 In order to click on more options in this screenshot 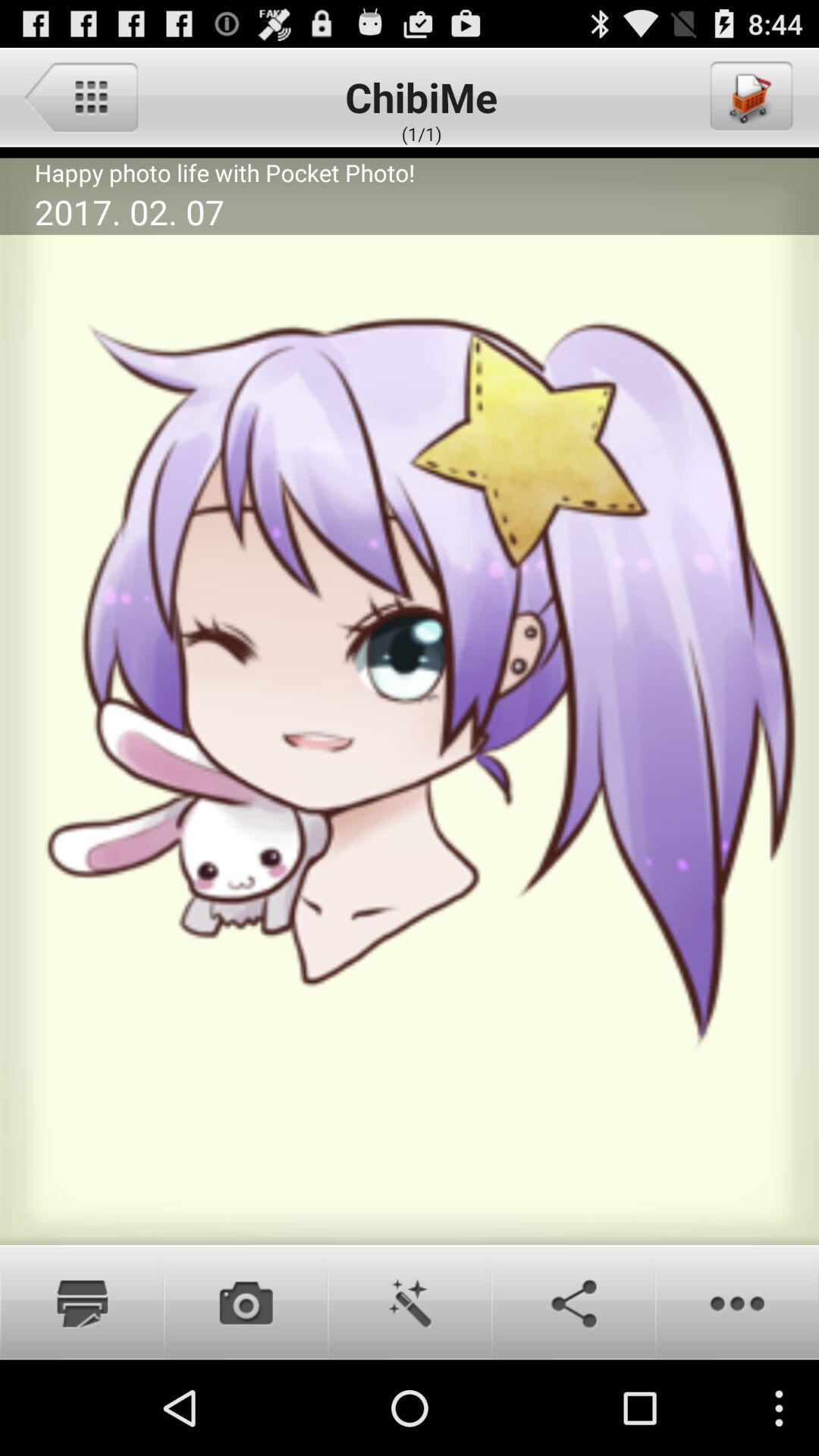, I will do `click(736, 1301)`.